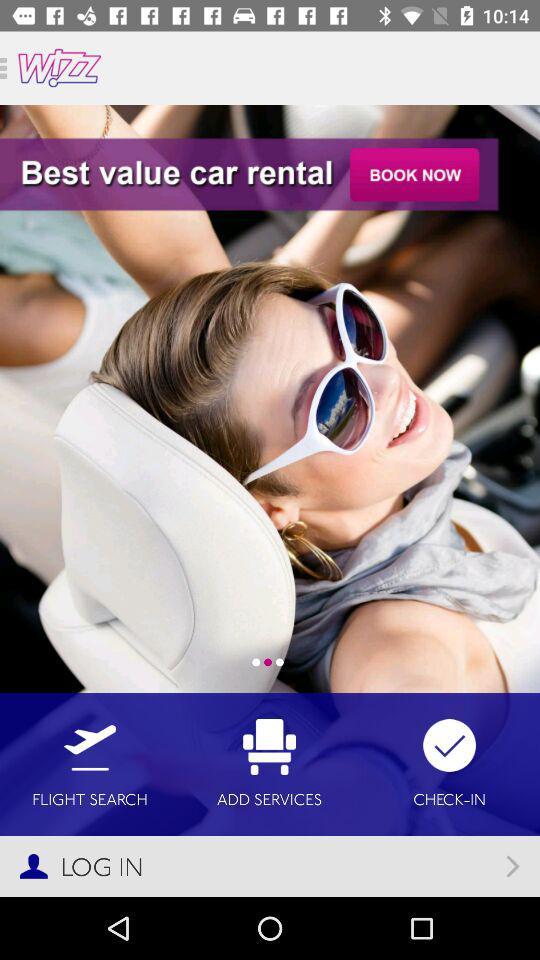  What do you see at coordinates (449, 763) in the screenshot?
I see `item next to the add services` at bounding box center [449, 763].